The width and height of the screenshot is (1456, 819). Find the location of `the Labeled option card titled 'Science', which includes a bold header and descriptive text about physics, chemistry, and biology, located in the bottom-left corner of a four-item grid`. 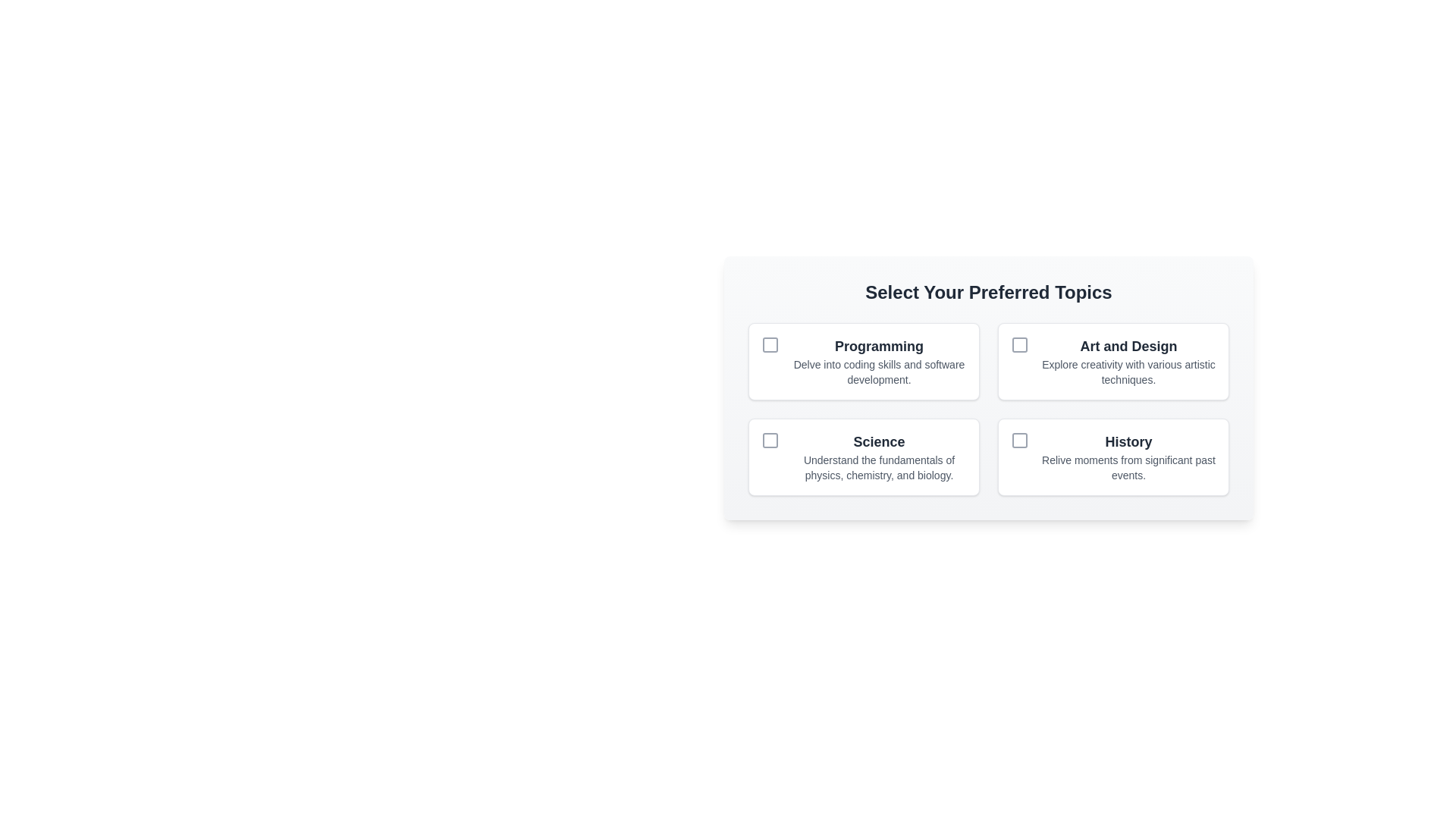

the Labeled option card titled 'Science', which includes a bold header and descriptive text about physics, chemistry, and biology, located in the bottom-left corner of a four-item grid is located at coordinates (879, 456).